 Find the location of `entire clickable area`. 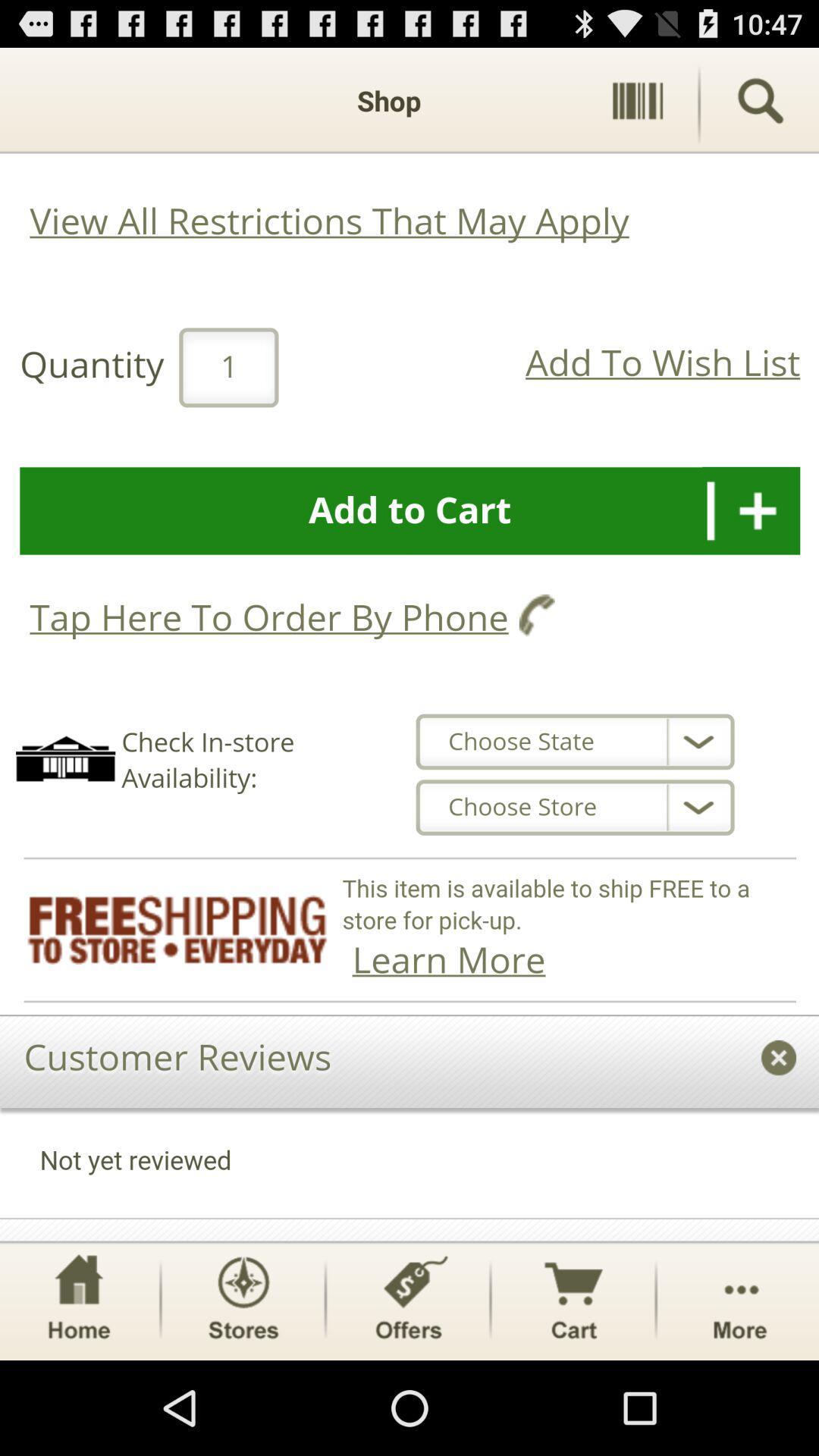

entire clickable area is located at coordinates (409, 644).